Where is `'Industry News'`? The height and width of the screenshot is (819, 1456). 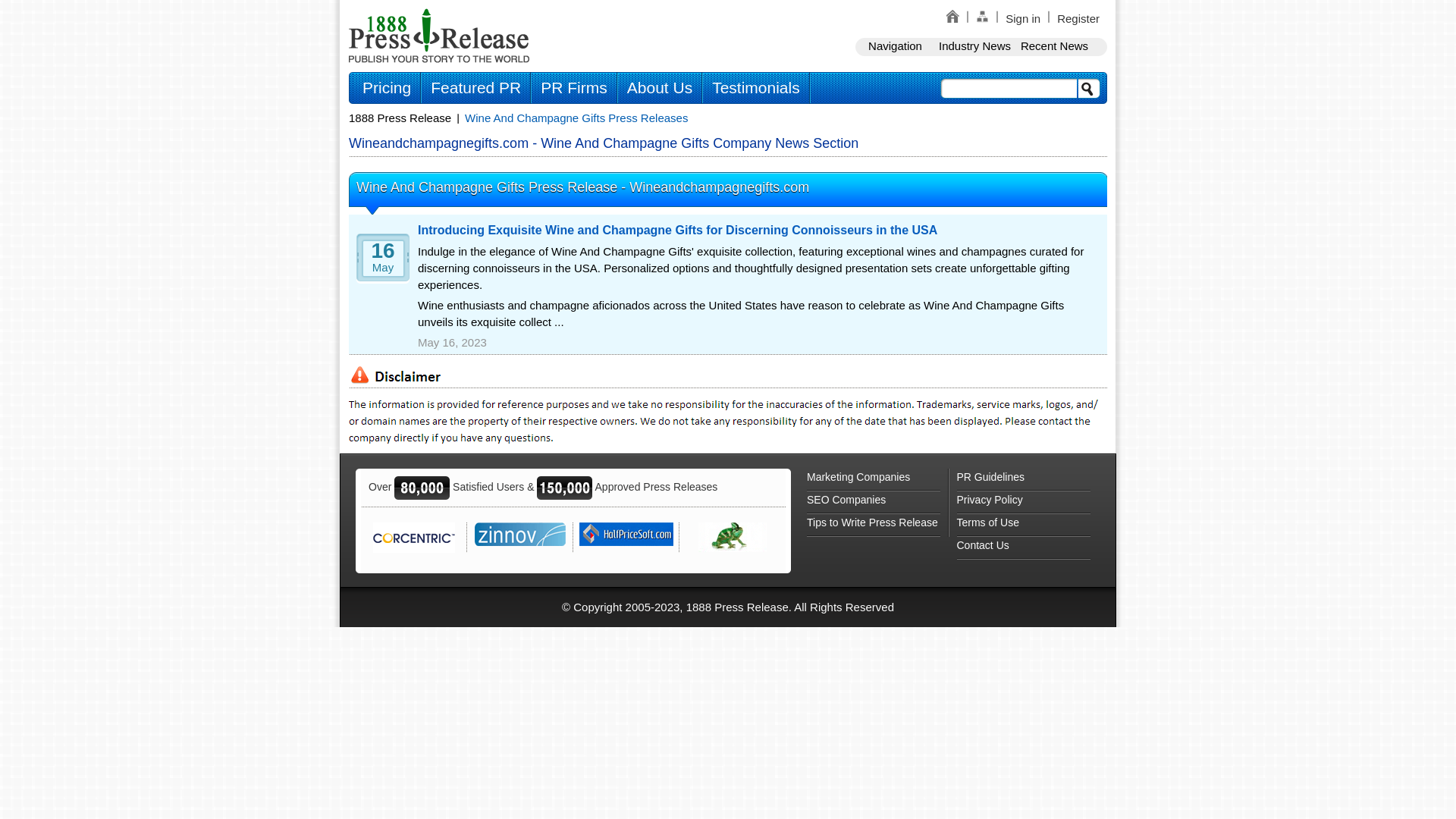 'Industry News' is located at coordinates (974, 45).